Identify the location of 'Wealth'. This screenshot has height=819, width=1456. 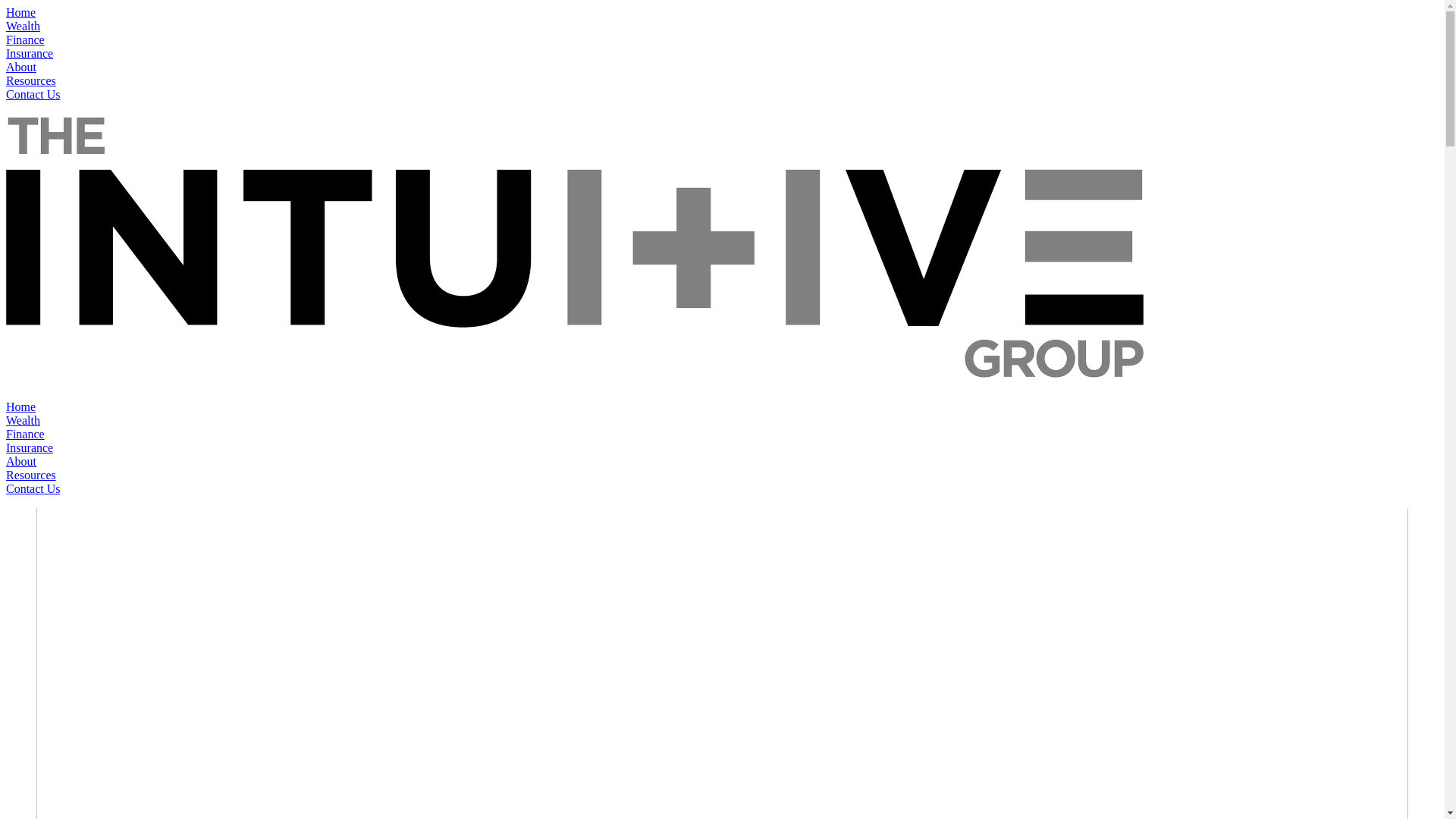
(6, 26).